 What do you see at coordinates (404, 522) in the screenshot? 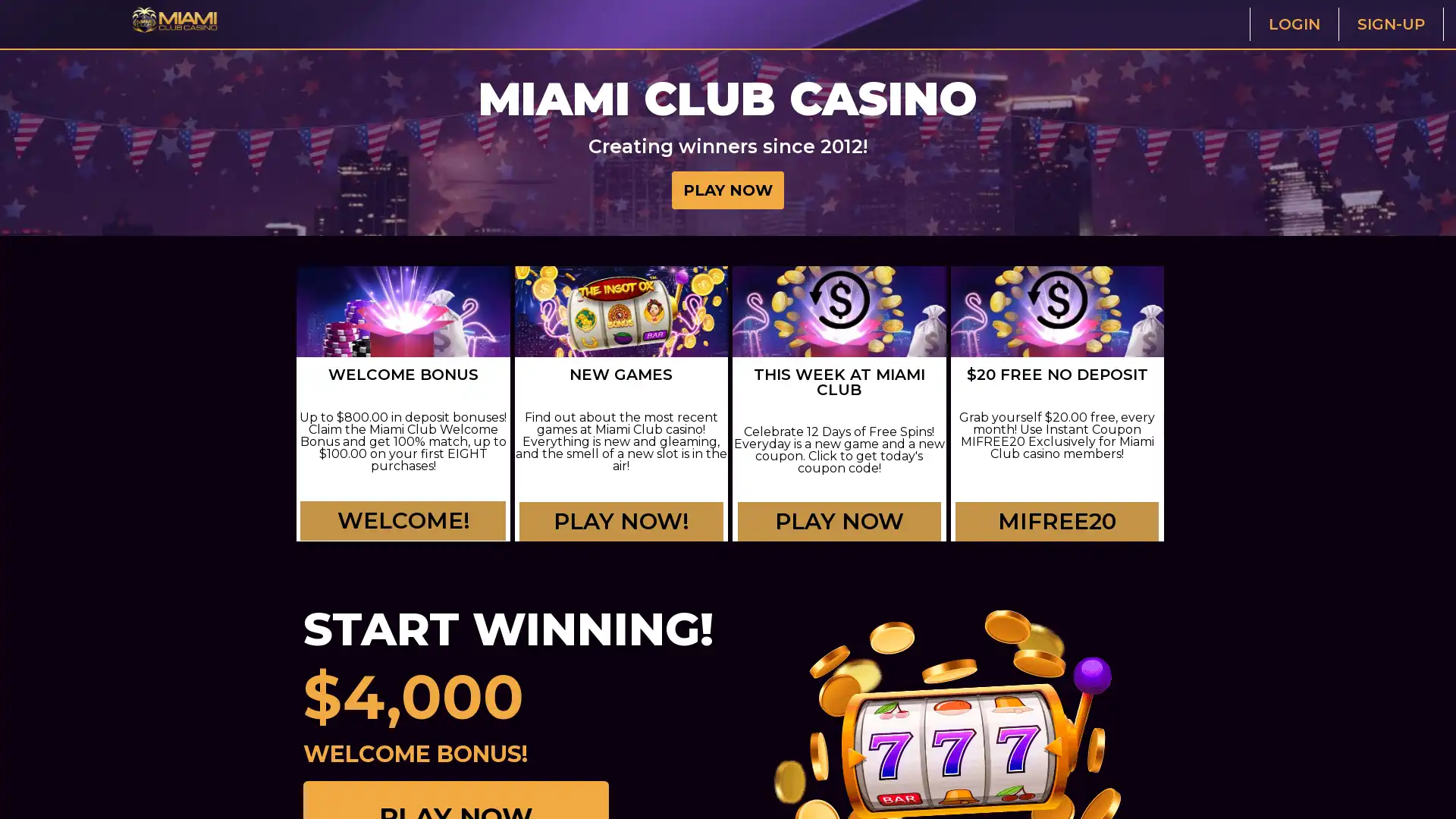
I see `WELCOME!` at bounding box center [404, 522].